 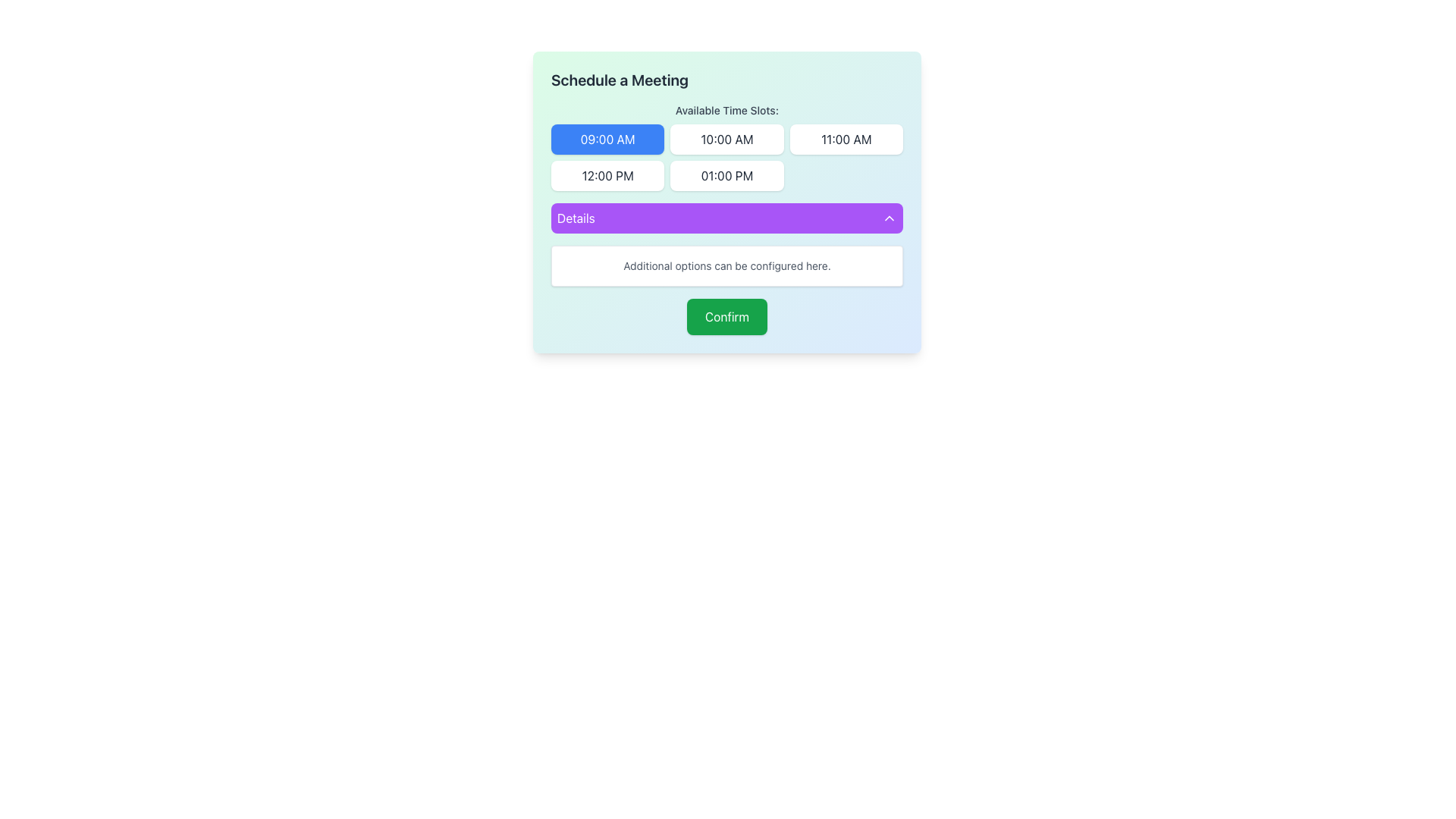 I want to click on the green rectangular button labeled 'Confirm' with bold white text, located at the bottom of a modal window, so click(x=726, y=315).